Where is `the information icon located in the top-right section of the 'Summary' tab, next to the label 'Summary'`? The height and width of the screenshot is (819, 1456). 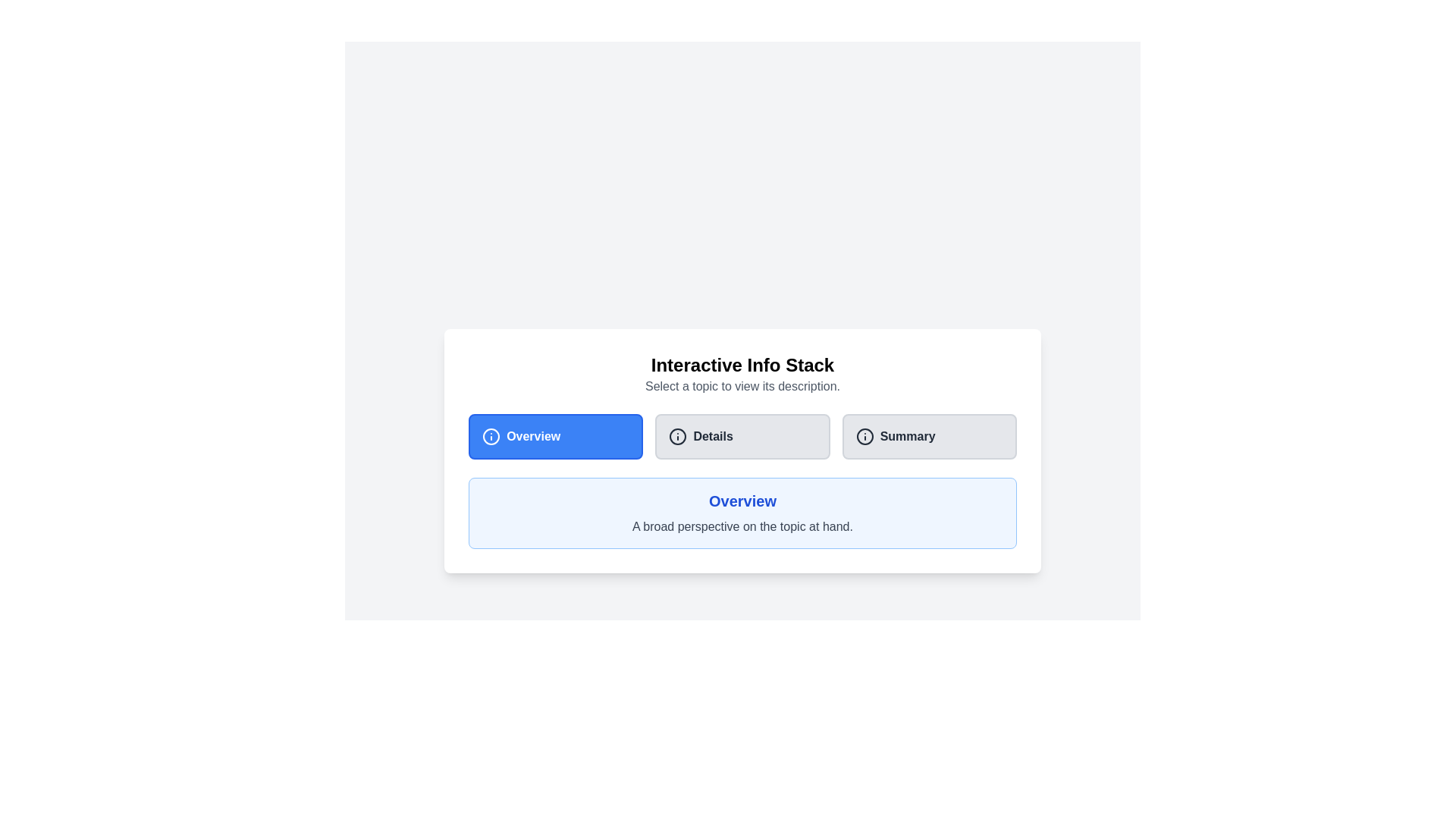 the information icon located in the top-right section of the 'Summary' tab, next to the label 'Summary' is located at coordinates (864, 436).